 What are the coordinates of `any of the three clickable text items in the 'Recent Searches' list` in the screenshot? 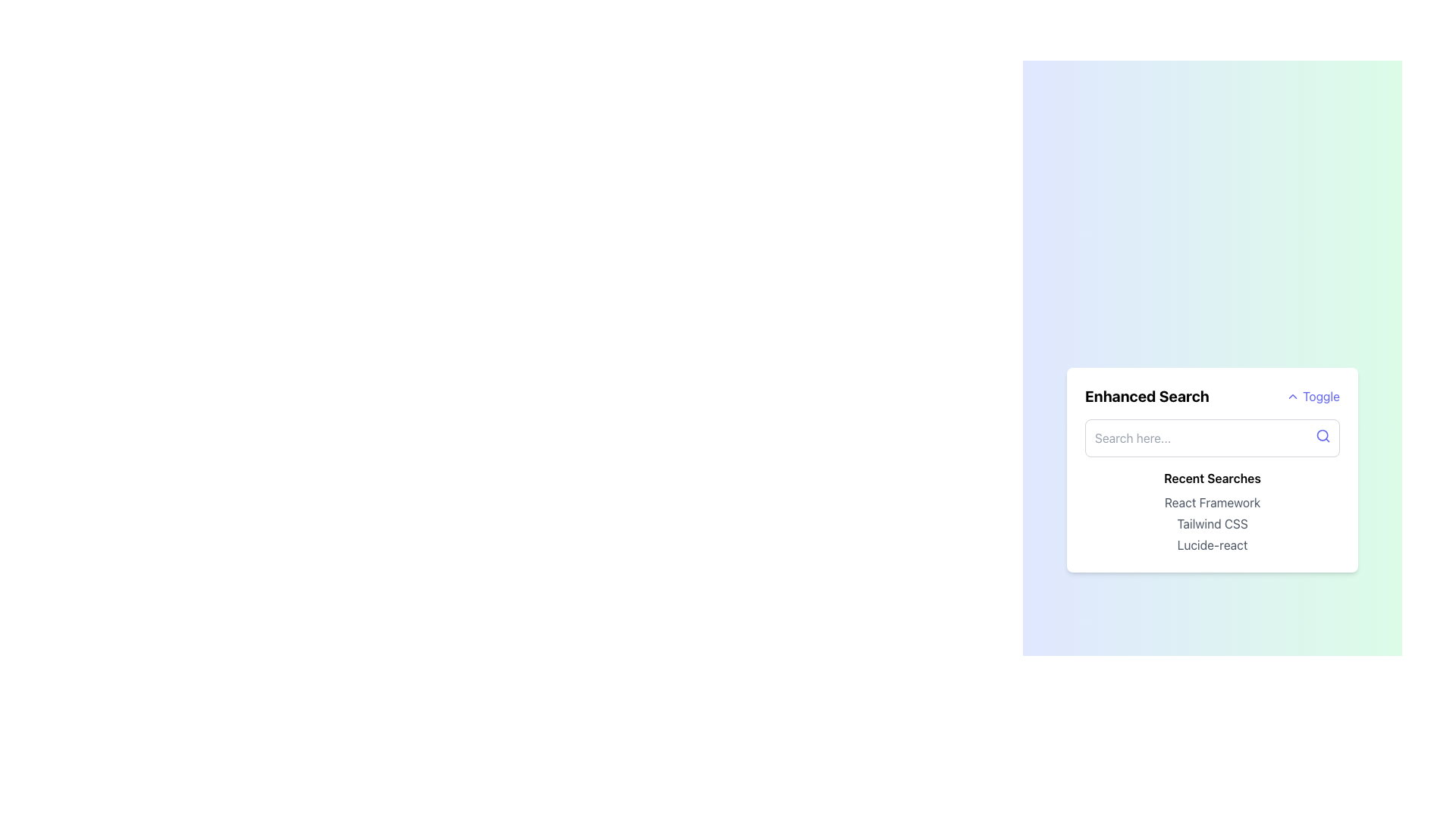 It's located at (1211, 522).